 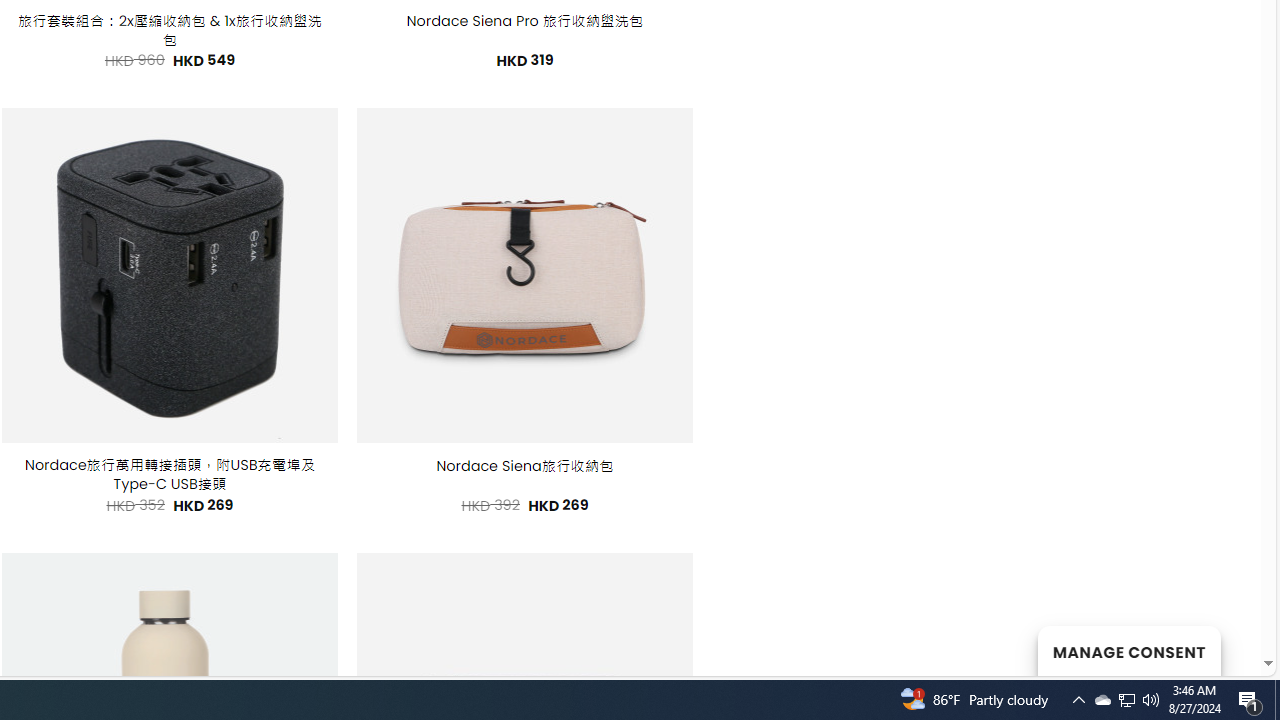 What do you see at coordinates (1128, 650) in the screenshot?
I see `'MANAGE CONSENT'` at bounding box center [1128, 650].